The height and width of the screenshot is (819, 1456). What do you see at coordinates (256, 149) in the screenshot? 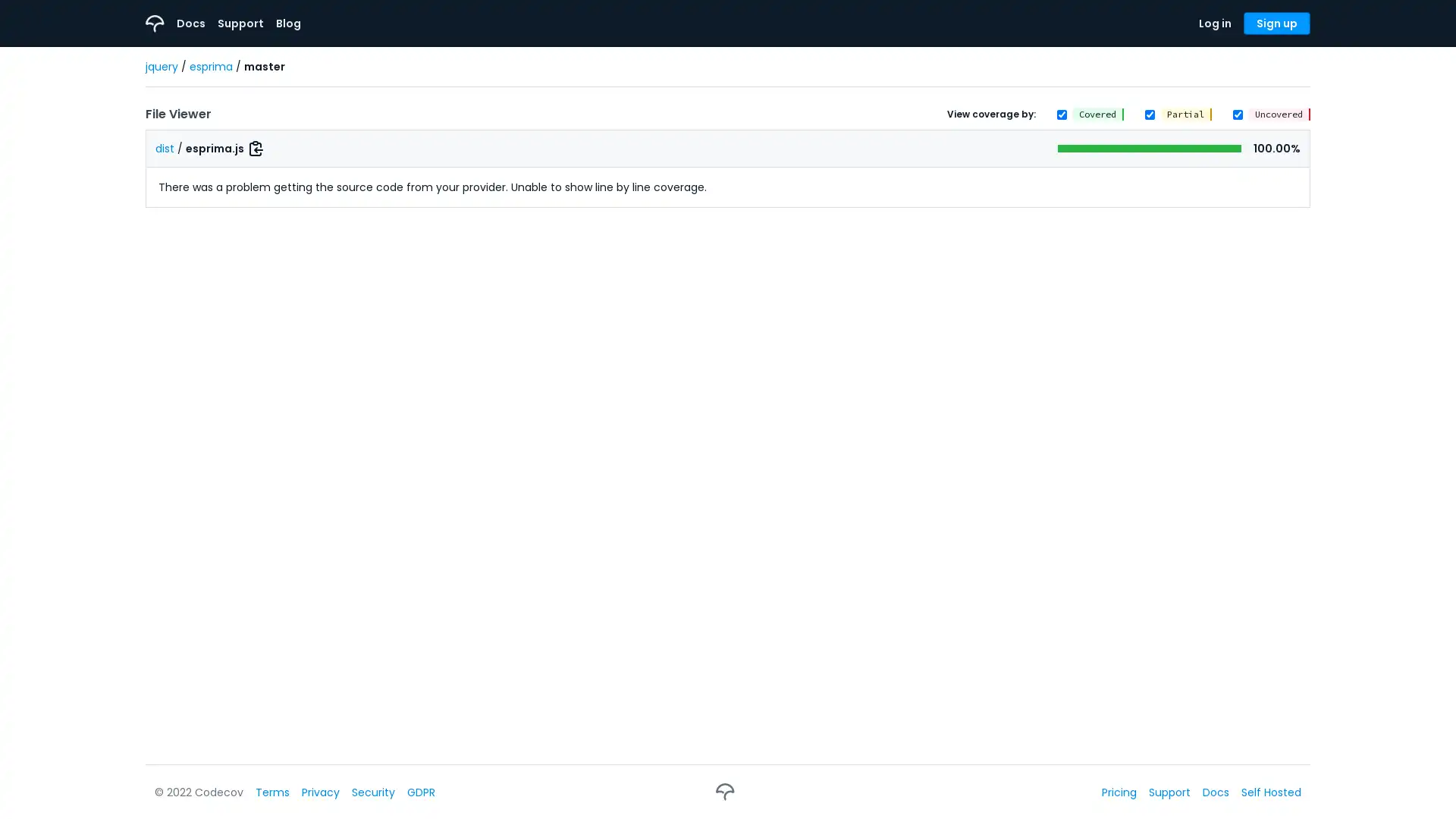
I see `copy` at bounding box center [256, 149].